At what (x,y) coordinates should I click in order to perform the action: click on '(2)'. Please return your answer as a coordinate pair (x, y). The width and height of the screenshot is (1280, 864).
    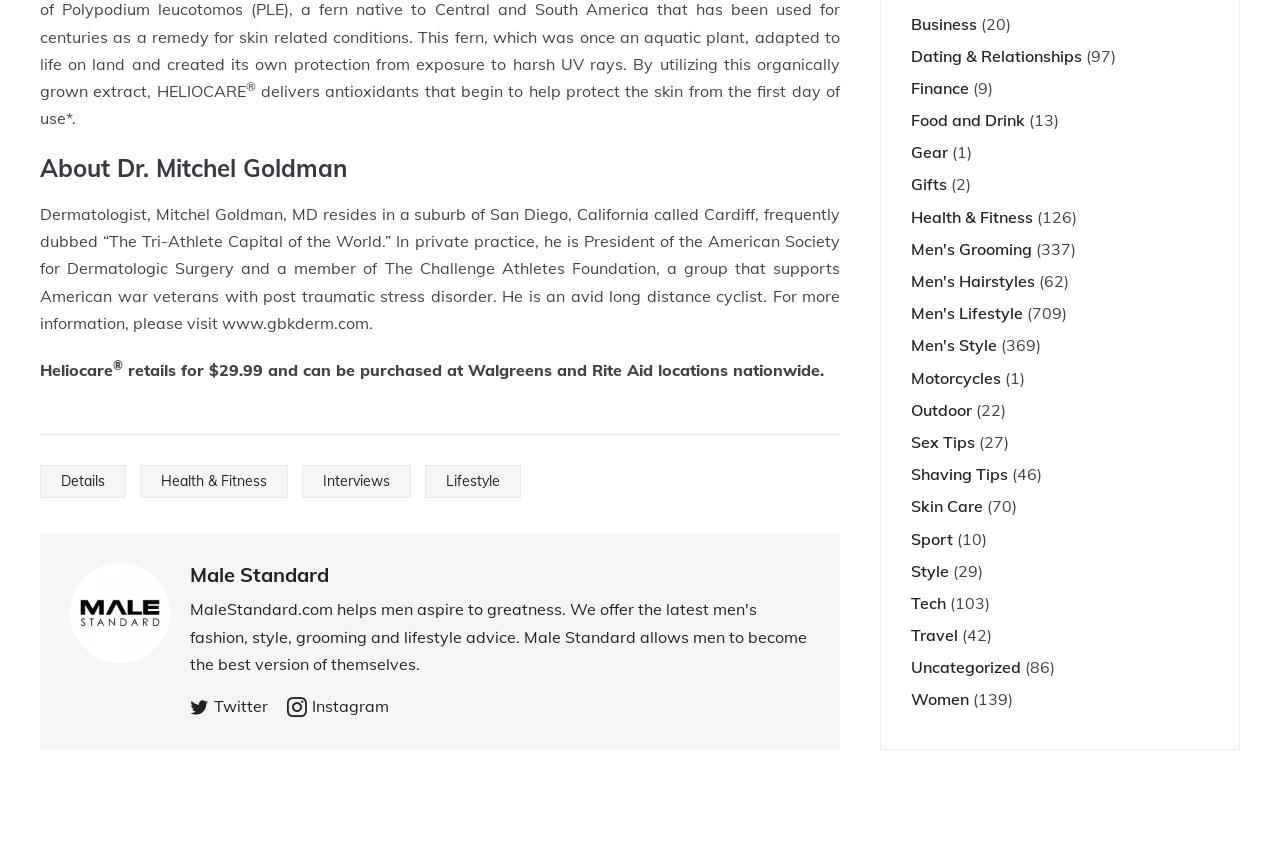
    Looking at the image, I should click on (957, 183).